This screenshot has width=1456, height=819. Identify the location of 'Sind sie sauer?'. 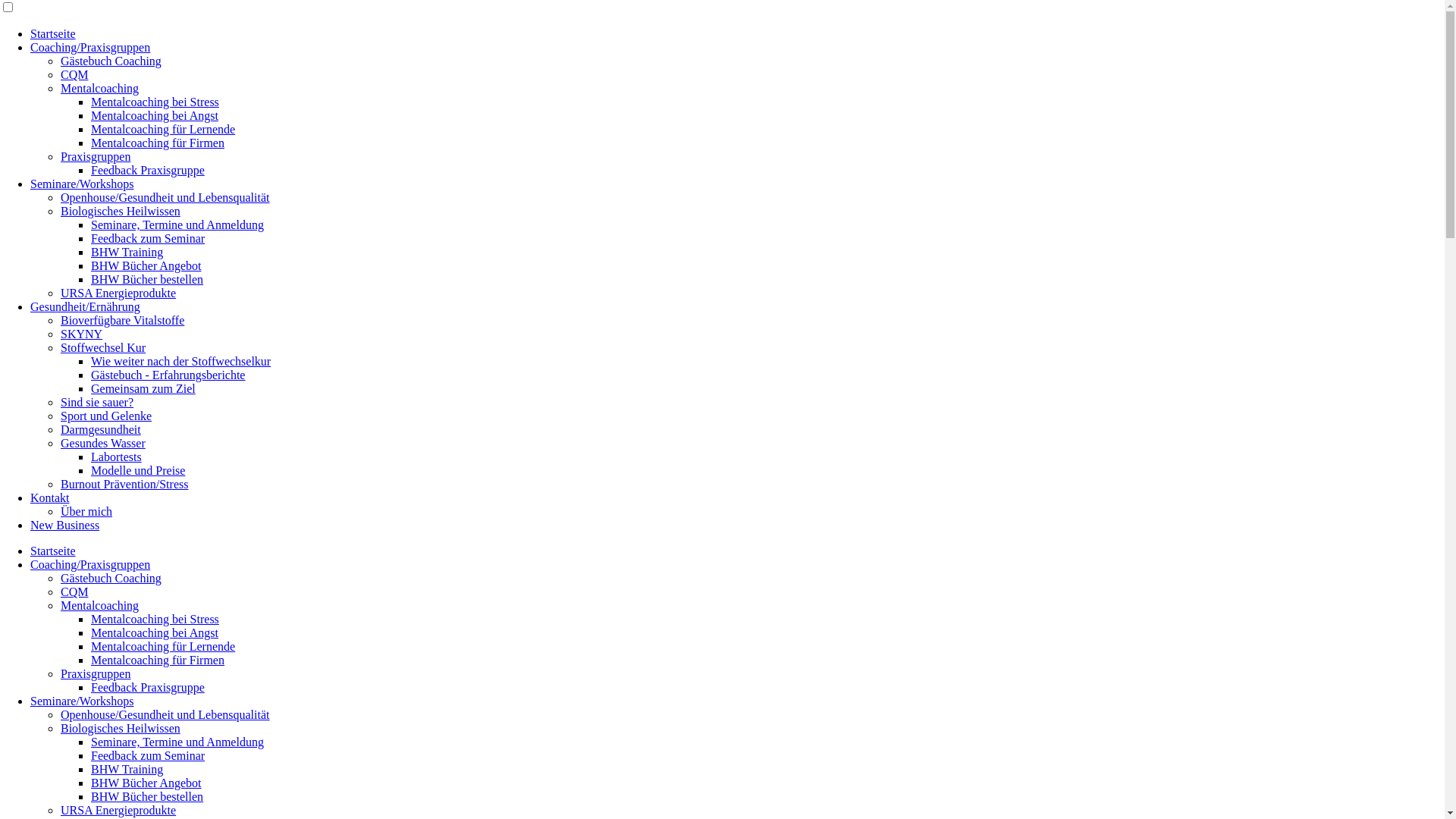
(96, 401).